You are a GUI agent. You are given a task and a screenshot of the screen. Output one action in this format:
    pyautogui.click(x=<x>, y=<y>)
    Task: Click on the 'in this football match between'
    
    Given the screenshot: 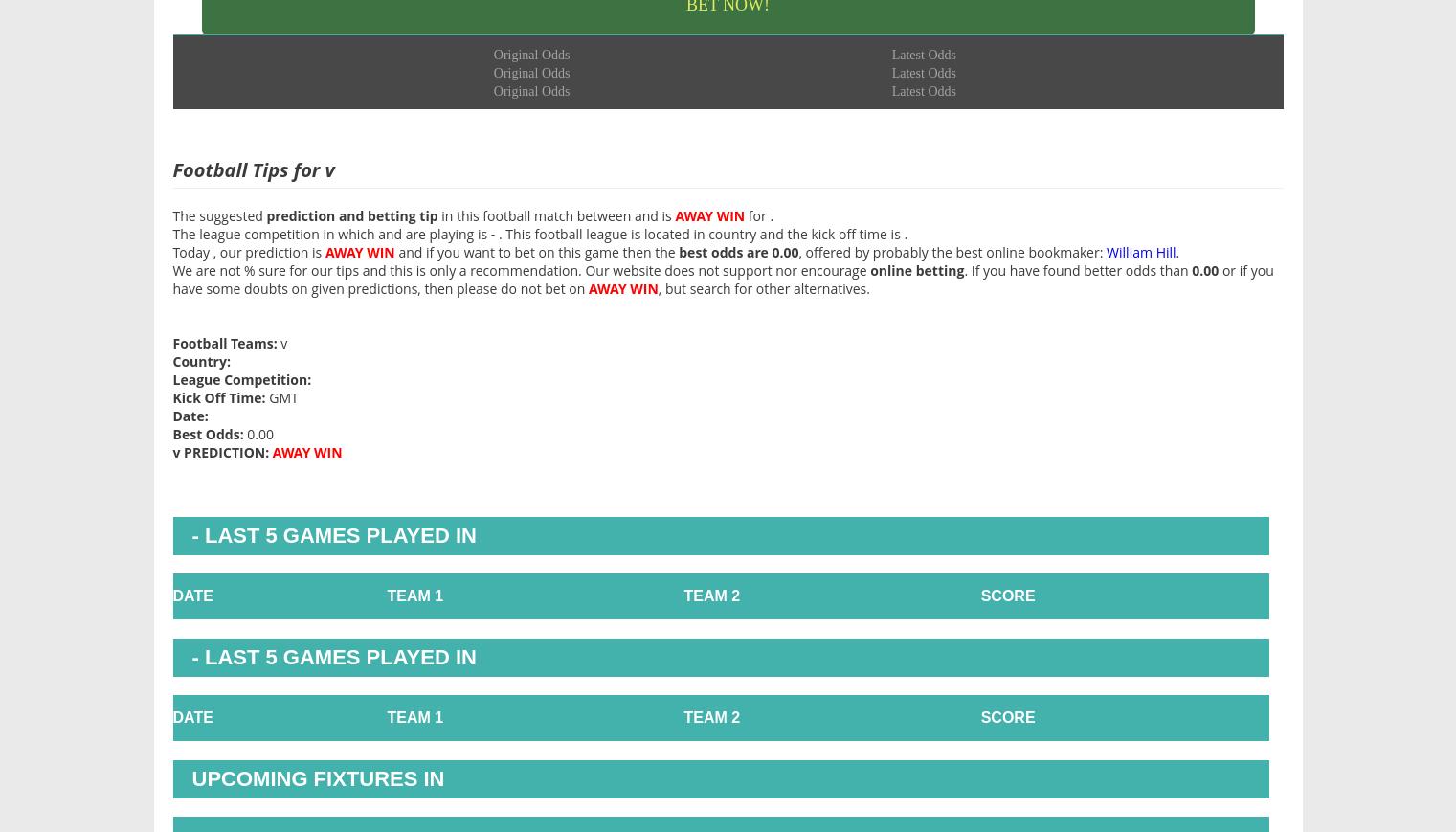 What is the action you would take?
    pyautogui.click(x=534, y=214)
    